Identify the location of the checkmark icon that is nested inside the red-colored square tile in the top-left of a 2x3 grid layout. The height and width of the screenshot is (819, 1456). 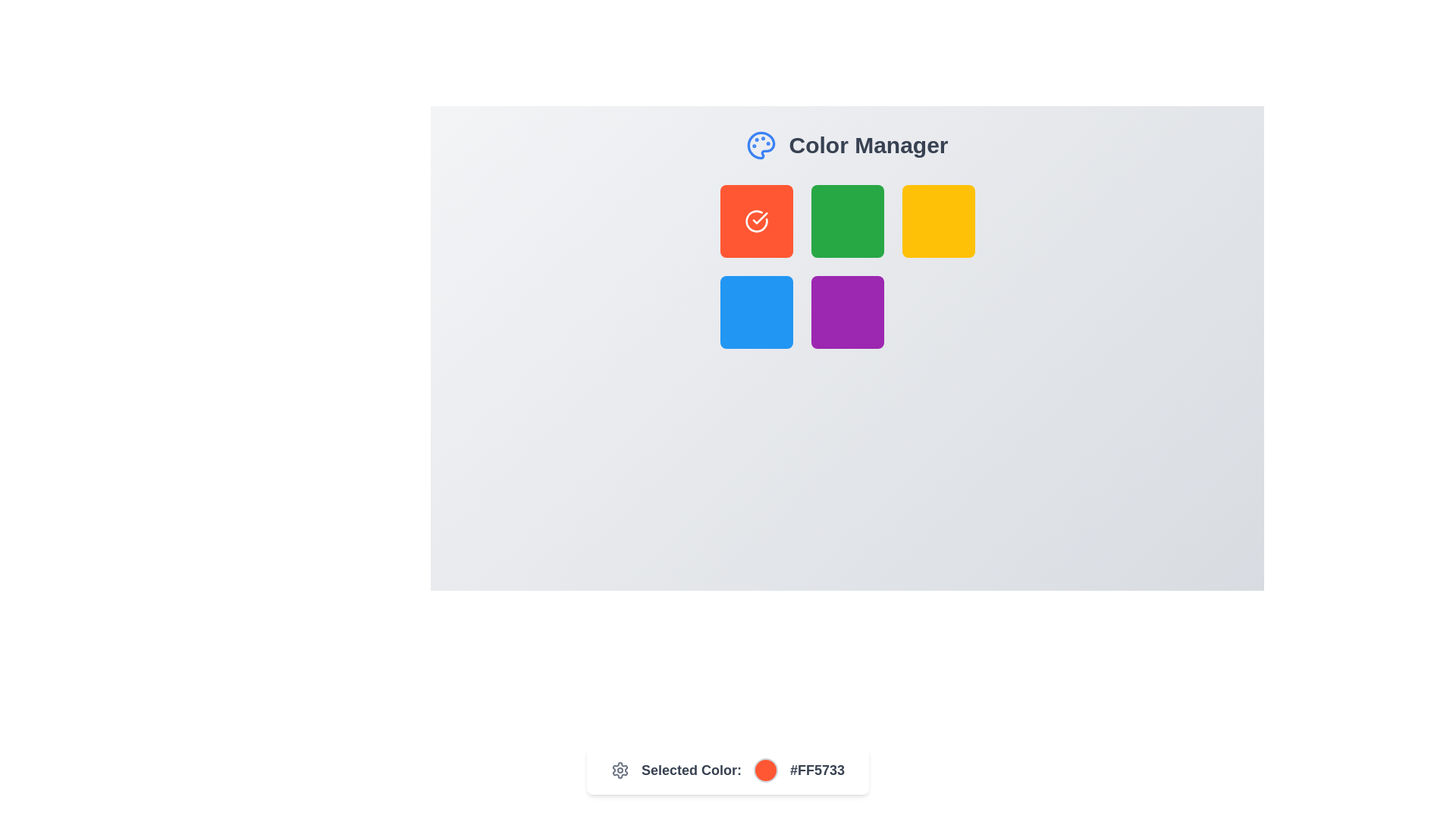
(760, 218).